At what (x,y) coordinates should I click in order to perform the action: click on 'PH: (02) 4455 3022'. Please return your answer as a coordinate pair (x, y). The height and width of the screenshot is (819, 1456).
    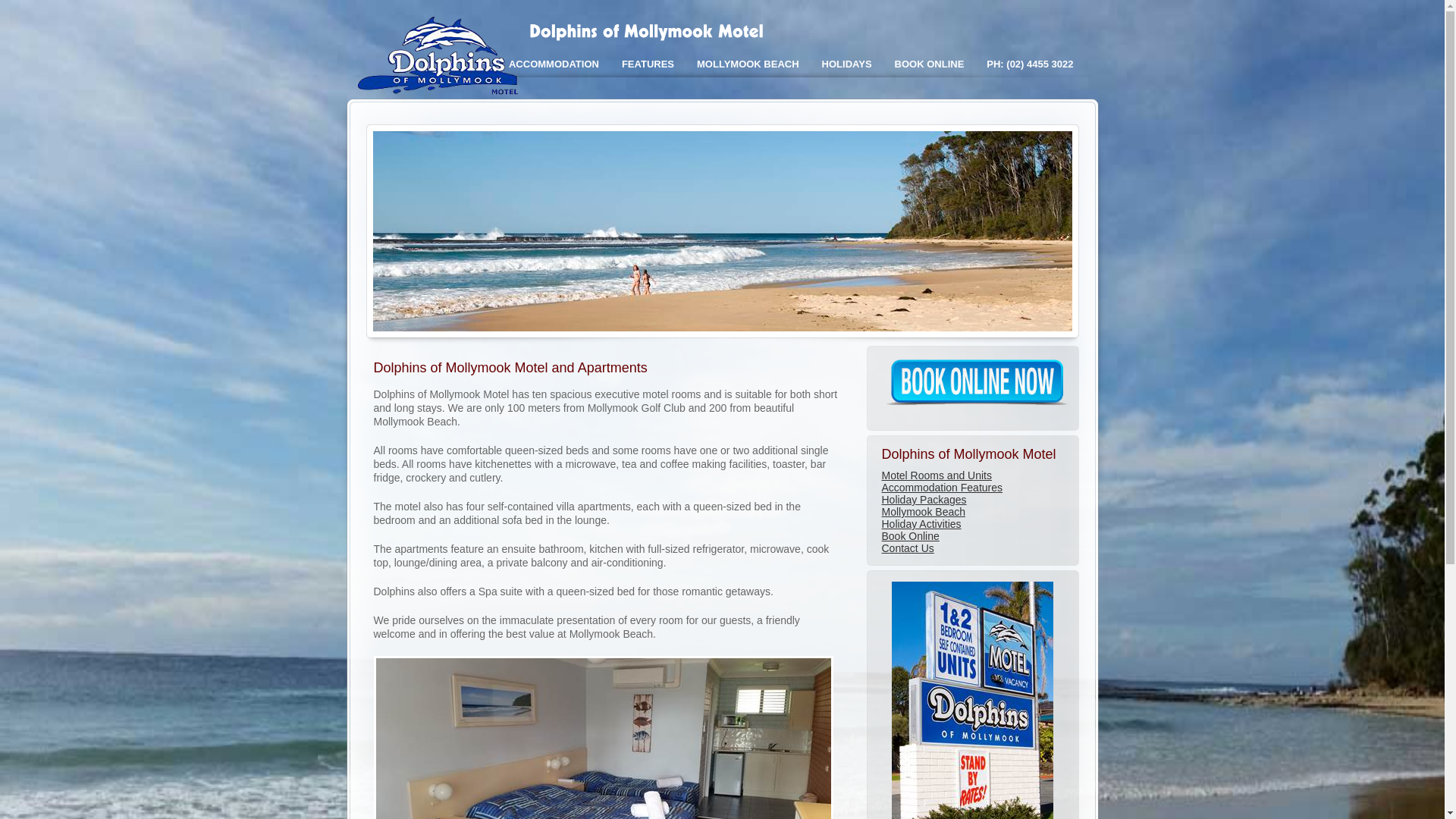
    Looking at the image, I should click on (1030, 63).